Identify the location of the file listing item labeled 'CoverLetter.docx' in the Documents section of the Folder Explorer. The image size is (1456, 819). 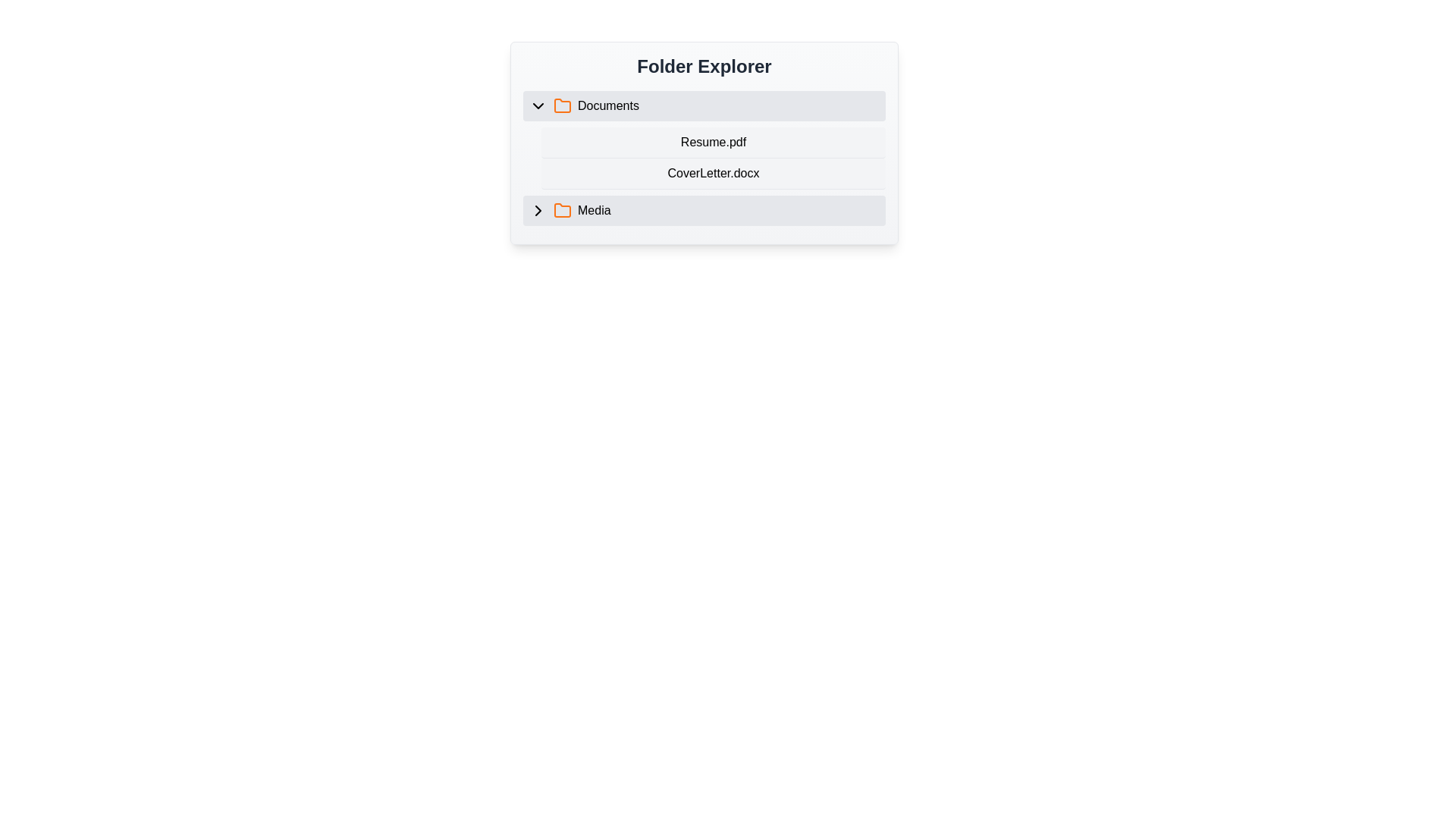
(712, 173).